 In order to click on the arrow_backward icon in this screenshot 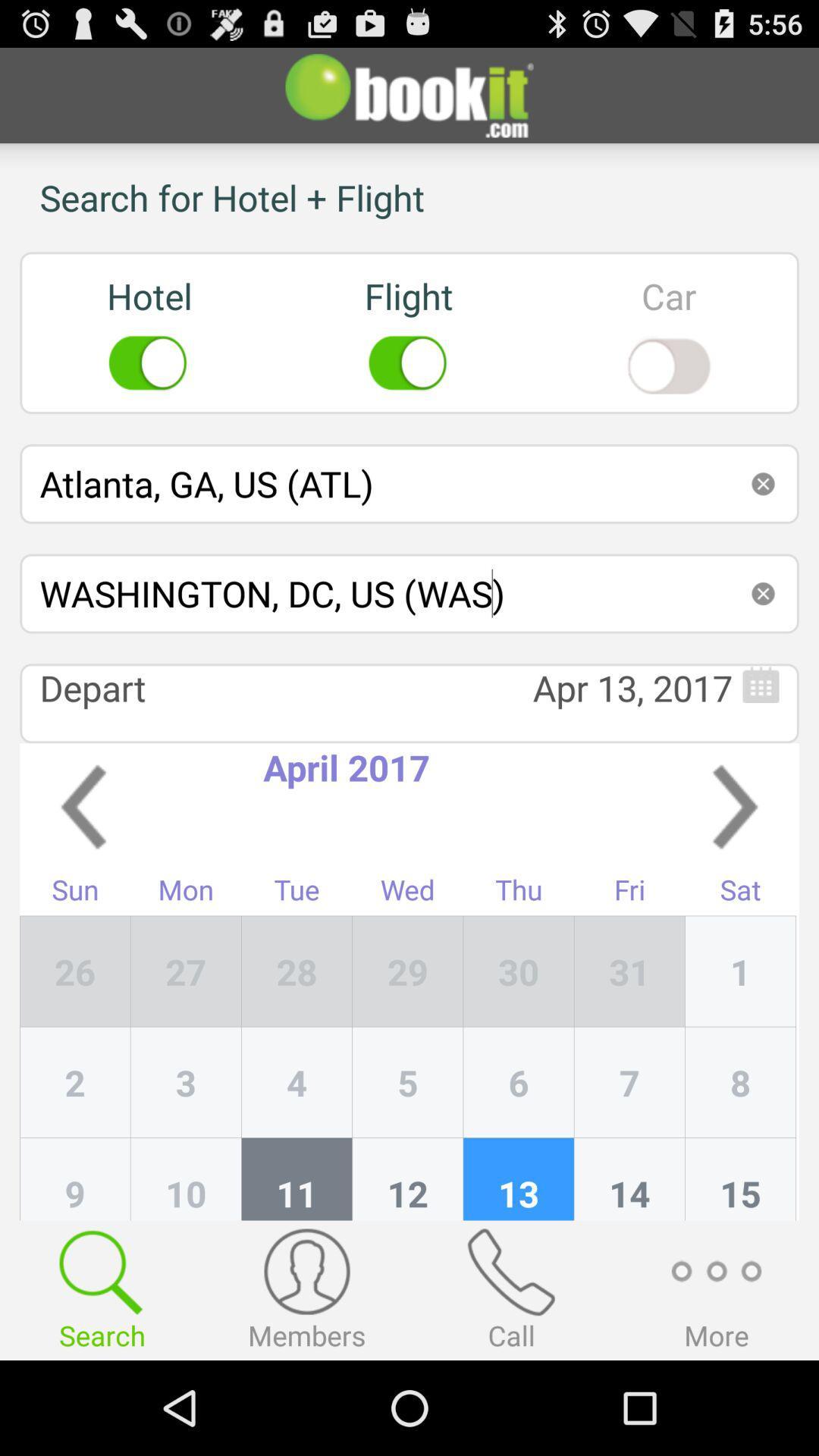, I will do `click(83, 863)`.